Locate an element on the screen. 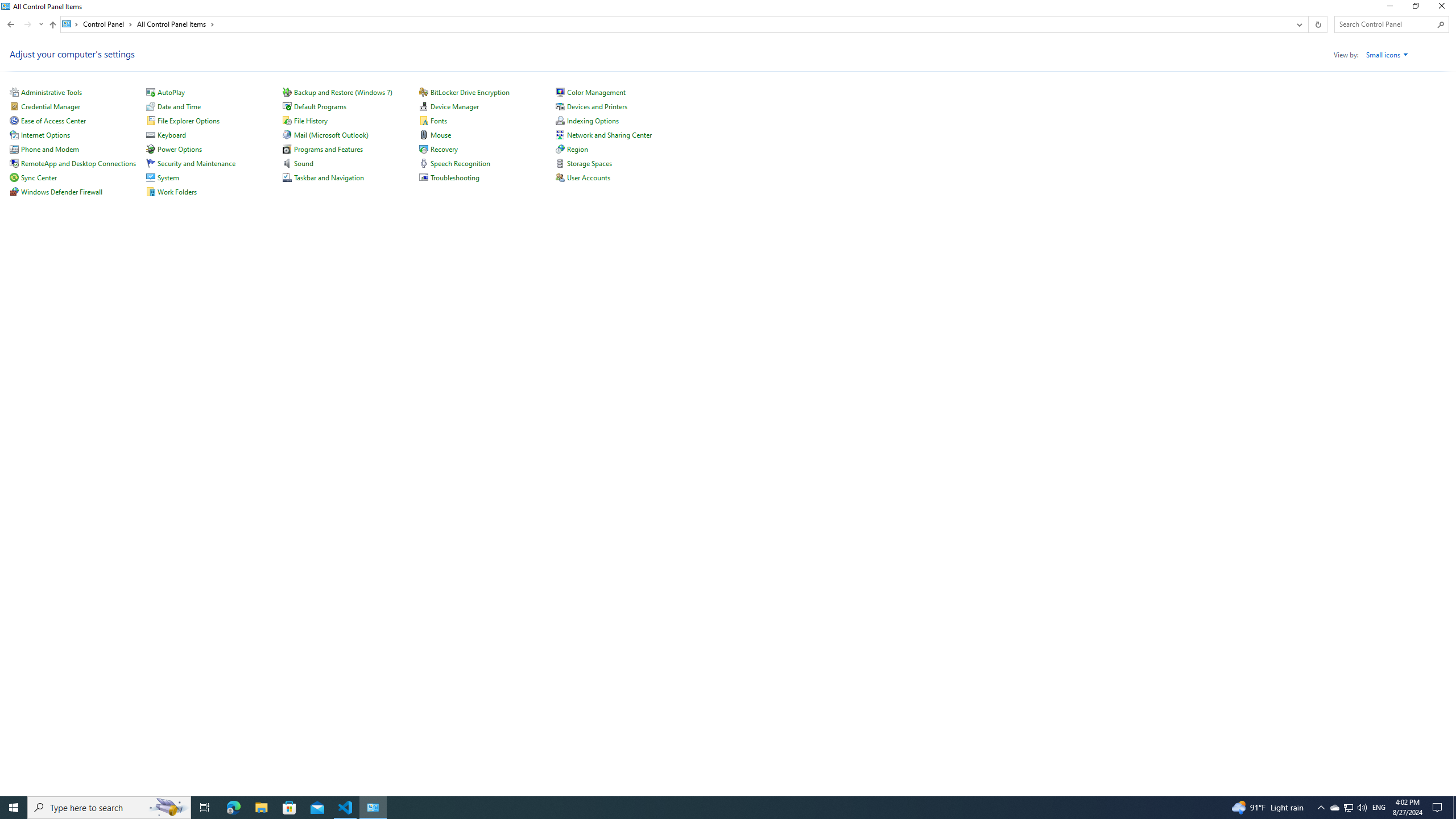 This screenshot has width=1456, height=819. 'Backup and Restore (Windows 7)' is located at coordinates (342, 92).